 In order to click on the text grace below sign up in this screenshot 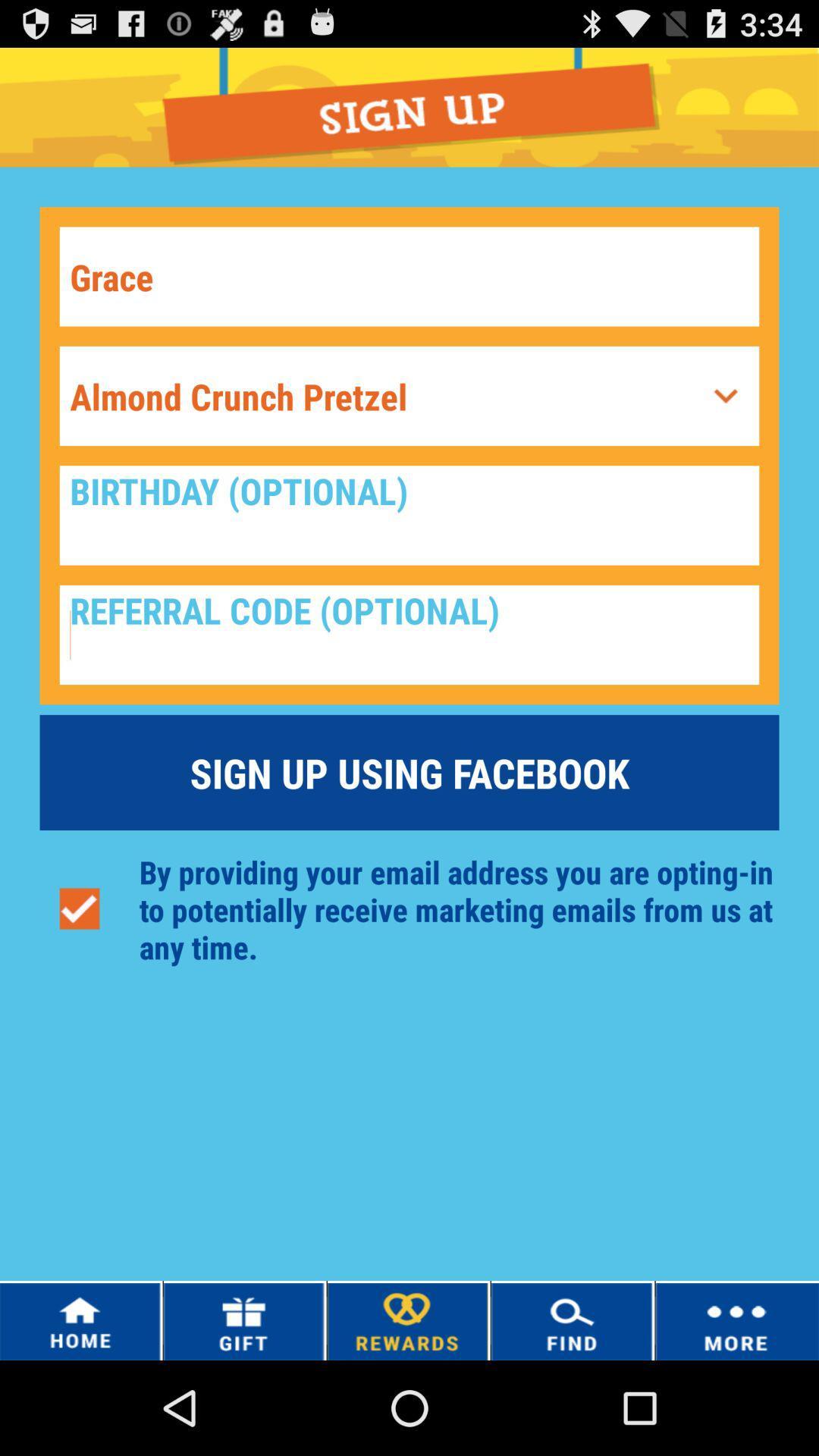, I will do `click(409, 276)`.